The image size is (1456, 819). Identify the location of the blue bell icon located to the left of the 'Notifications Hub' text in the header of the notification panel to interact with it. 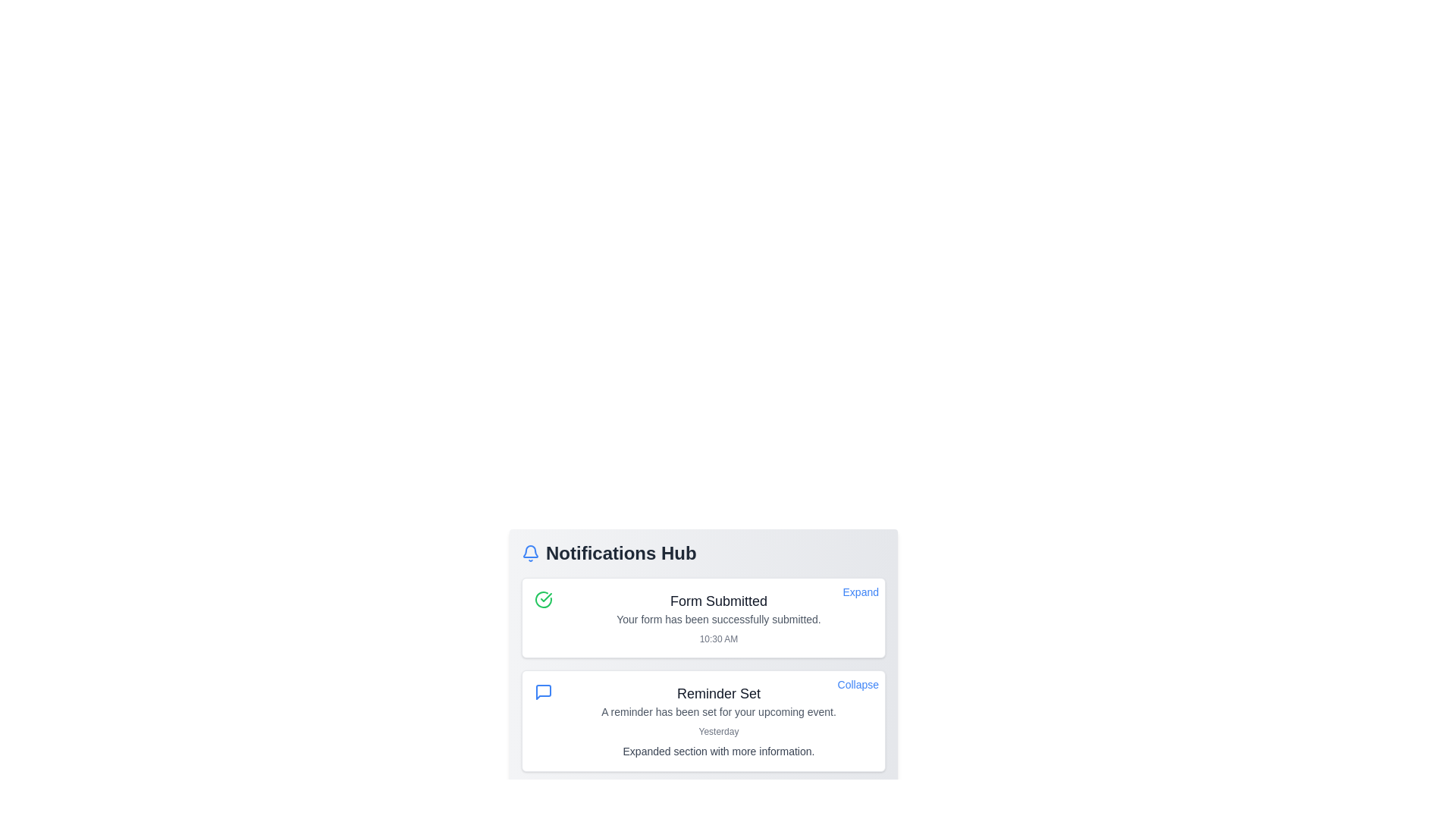
(531, 553).